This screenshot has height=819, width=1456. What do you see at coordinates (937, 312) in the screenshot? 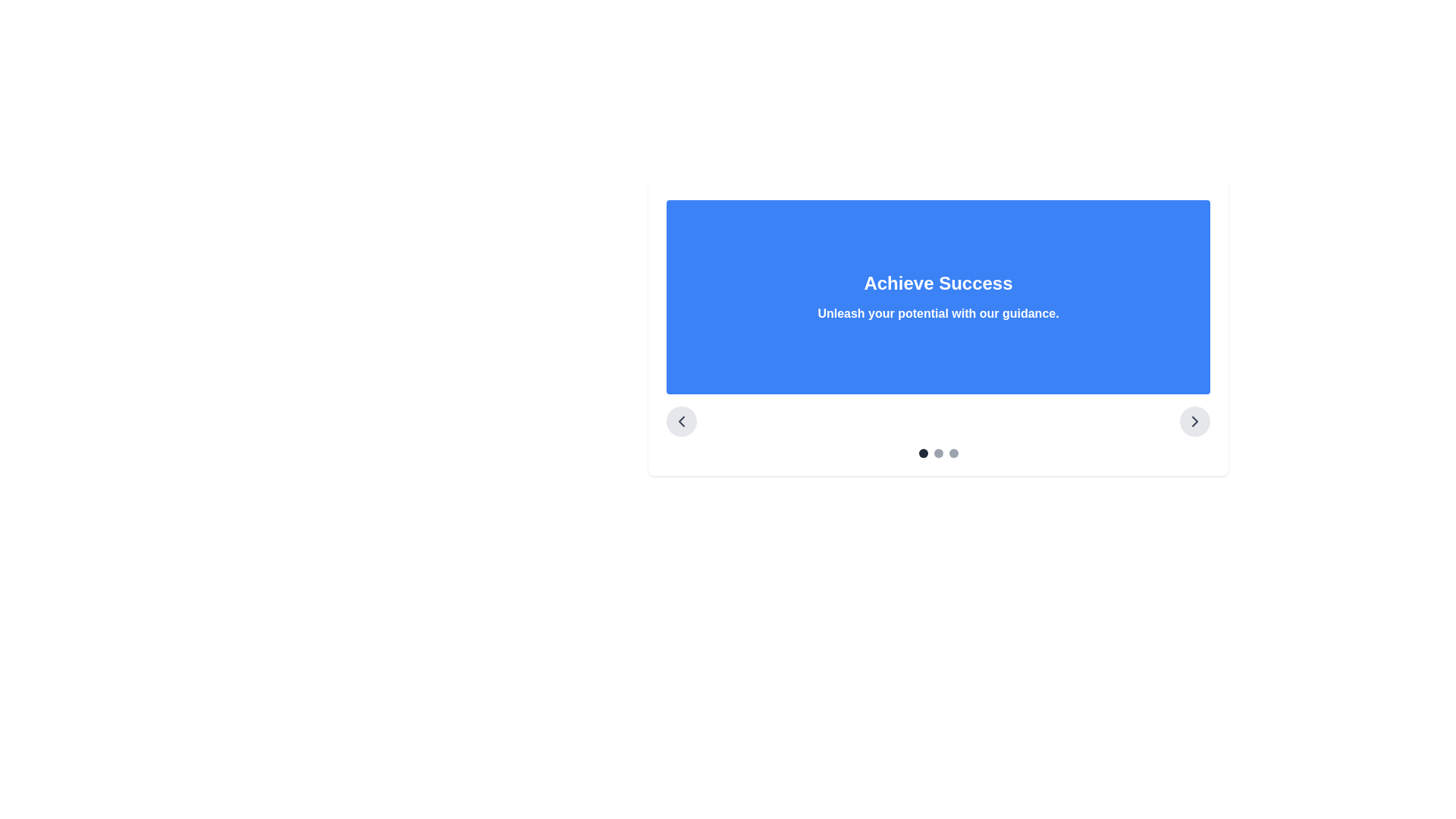
I see `the text label that says 'Unleash your potential with our guidance.' which is displayed in white on a blue background, located directly beneath the 'Achieve Success' text` at bounding box center [937, 312].